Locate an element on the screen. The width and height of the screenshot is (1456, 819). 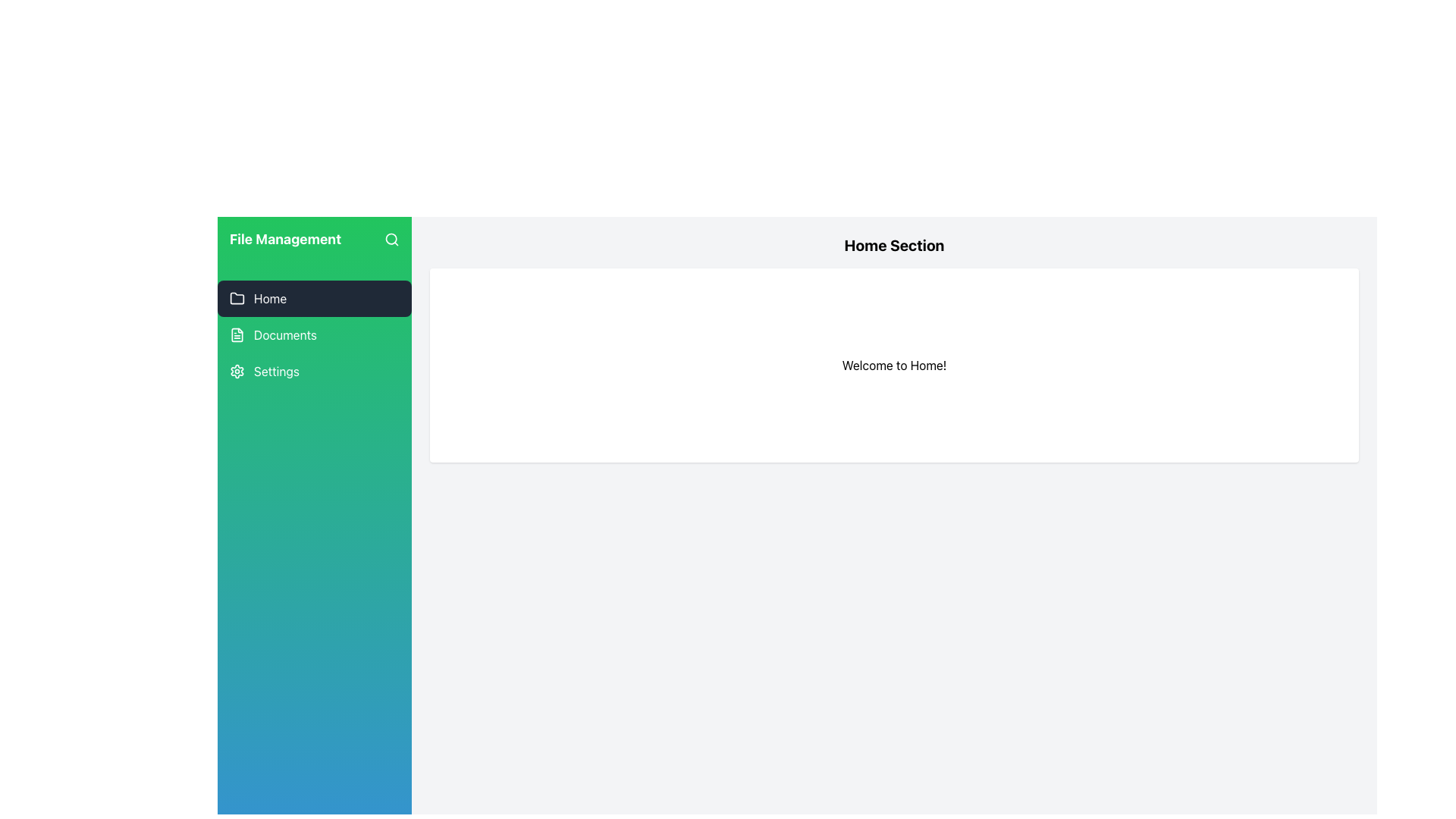
the 'Settings' icon located in the vertical navigation menu on the left side of the user interface is located at coordinates (236, 371).